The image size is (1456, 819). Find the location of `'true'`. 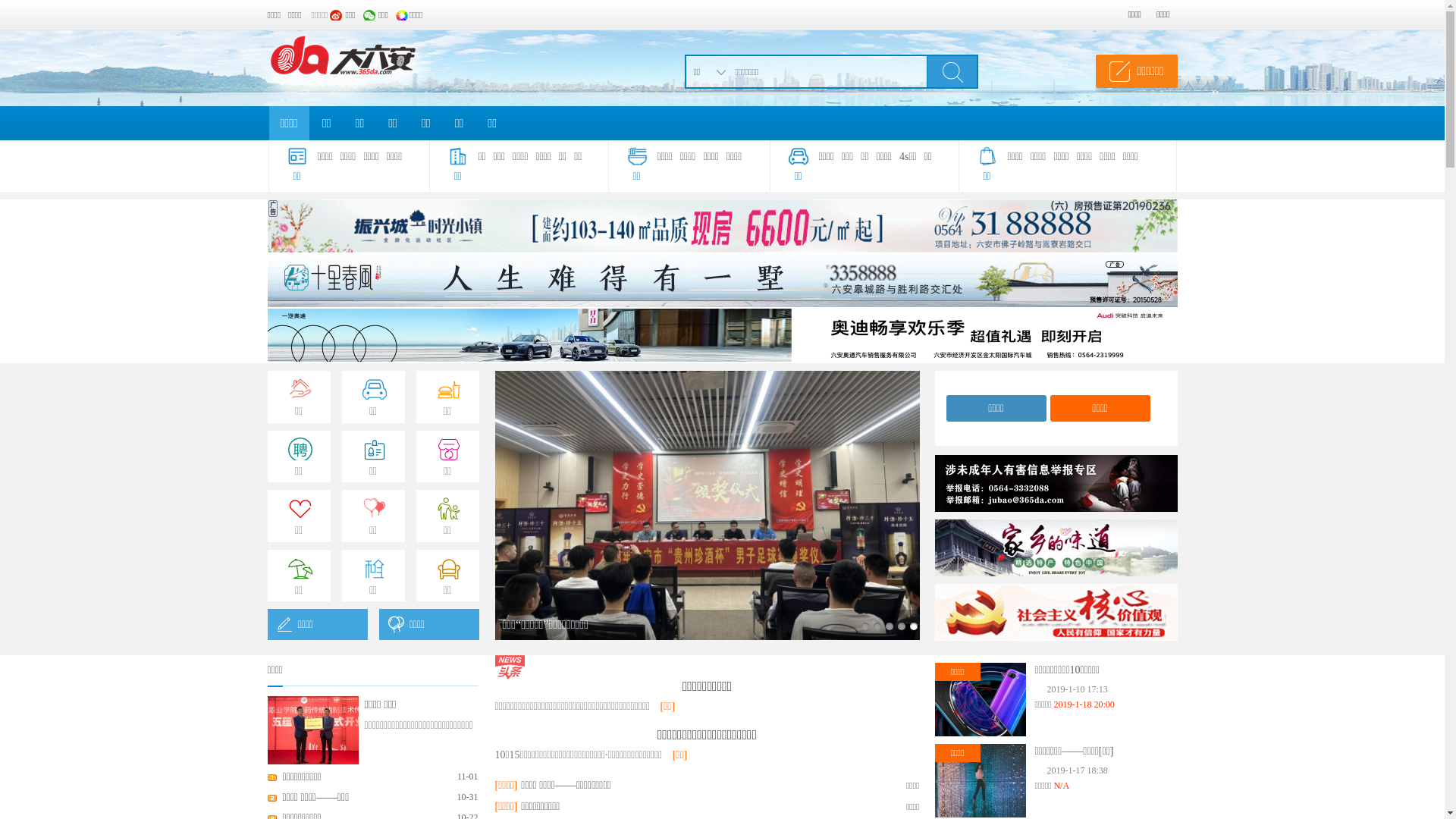

'true' is located at coordinates (950, 71).